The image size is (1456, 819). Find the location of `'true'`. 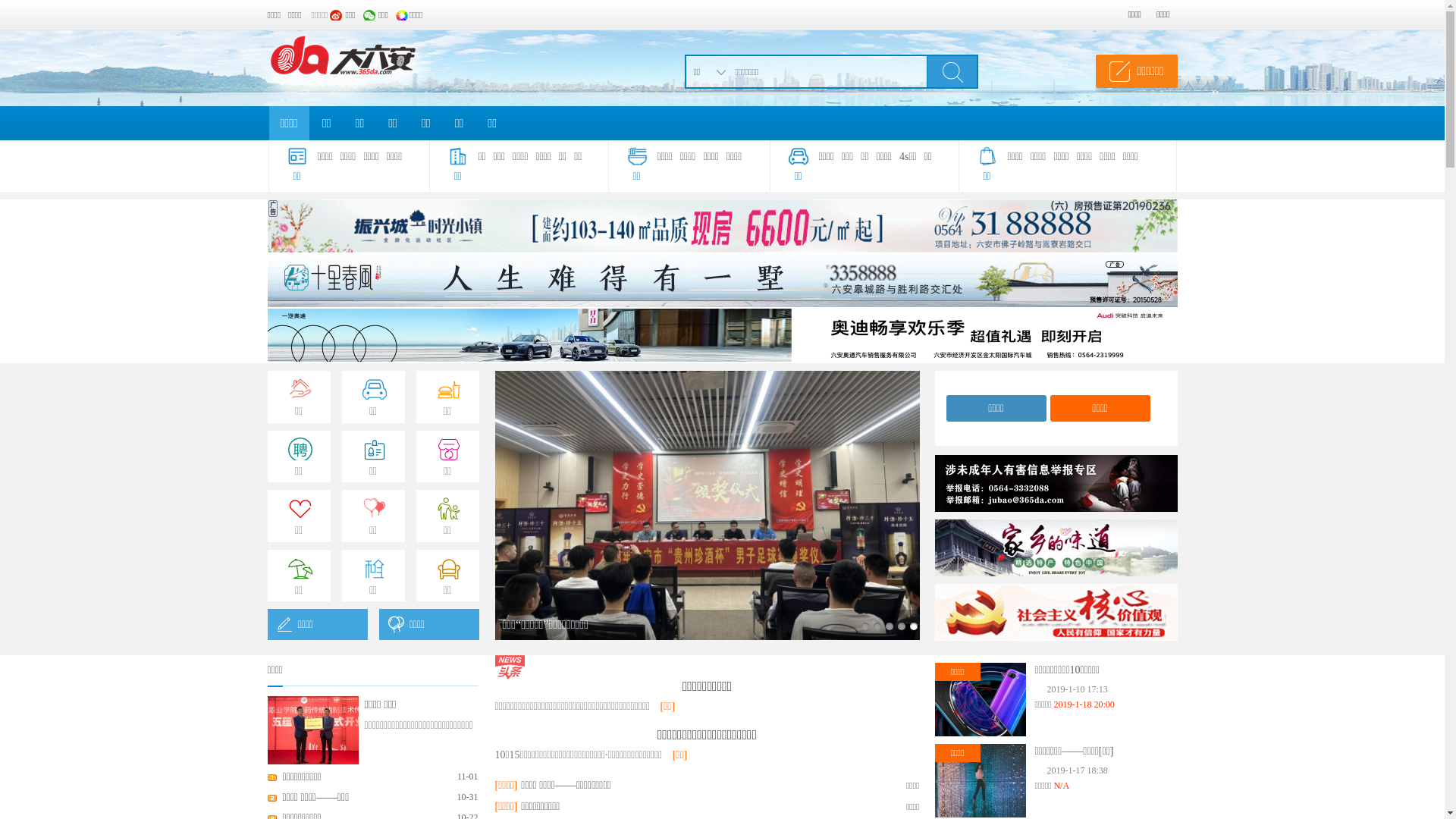

'true' is located at coordinates (950, 71).